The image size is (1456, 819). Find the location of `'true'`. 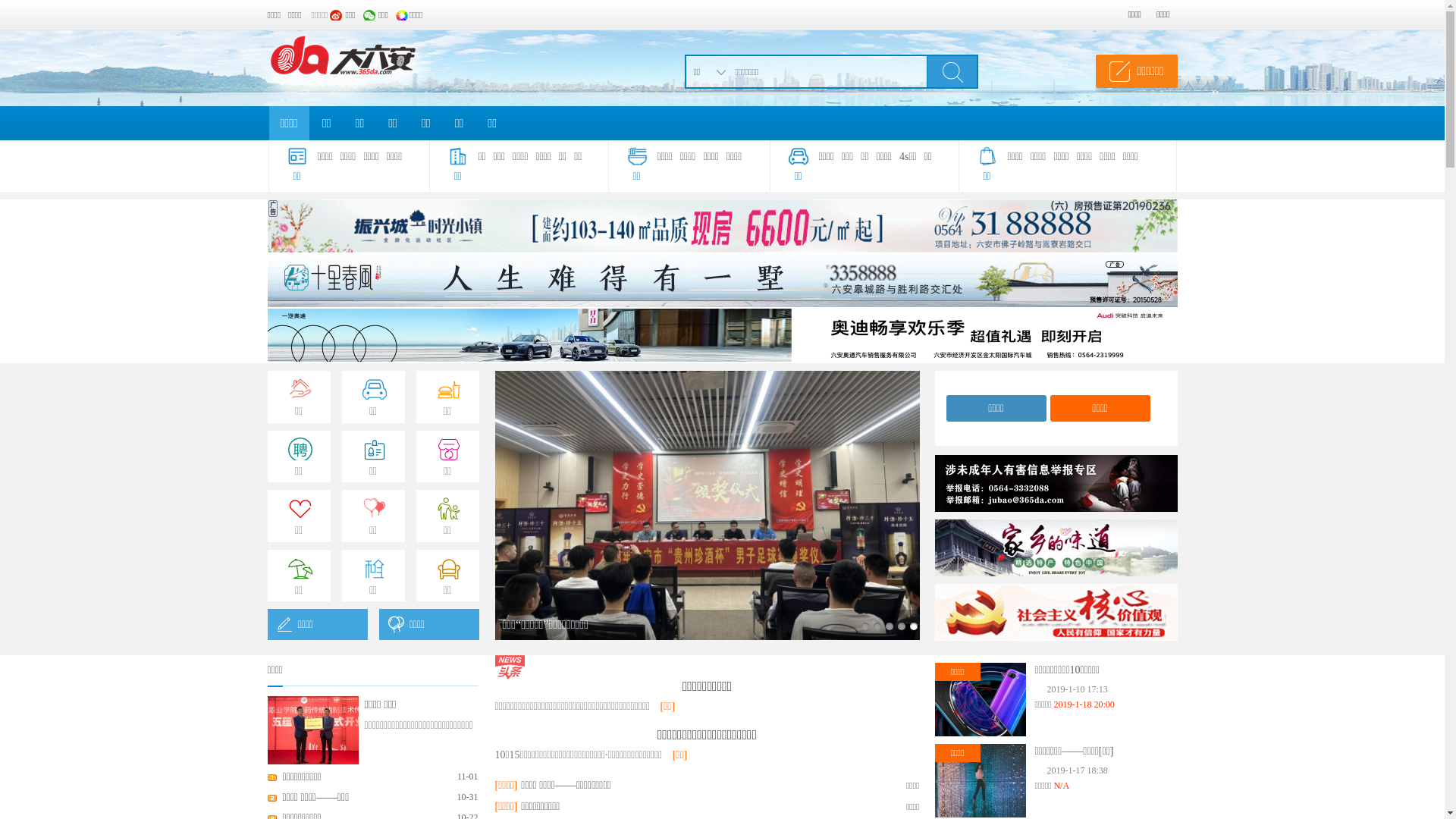

'true' is located at coordinates (950, 71).